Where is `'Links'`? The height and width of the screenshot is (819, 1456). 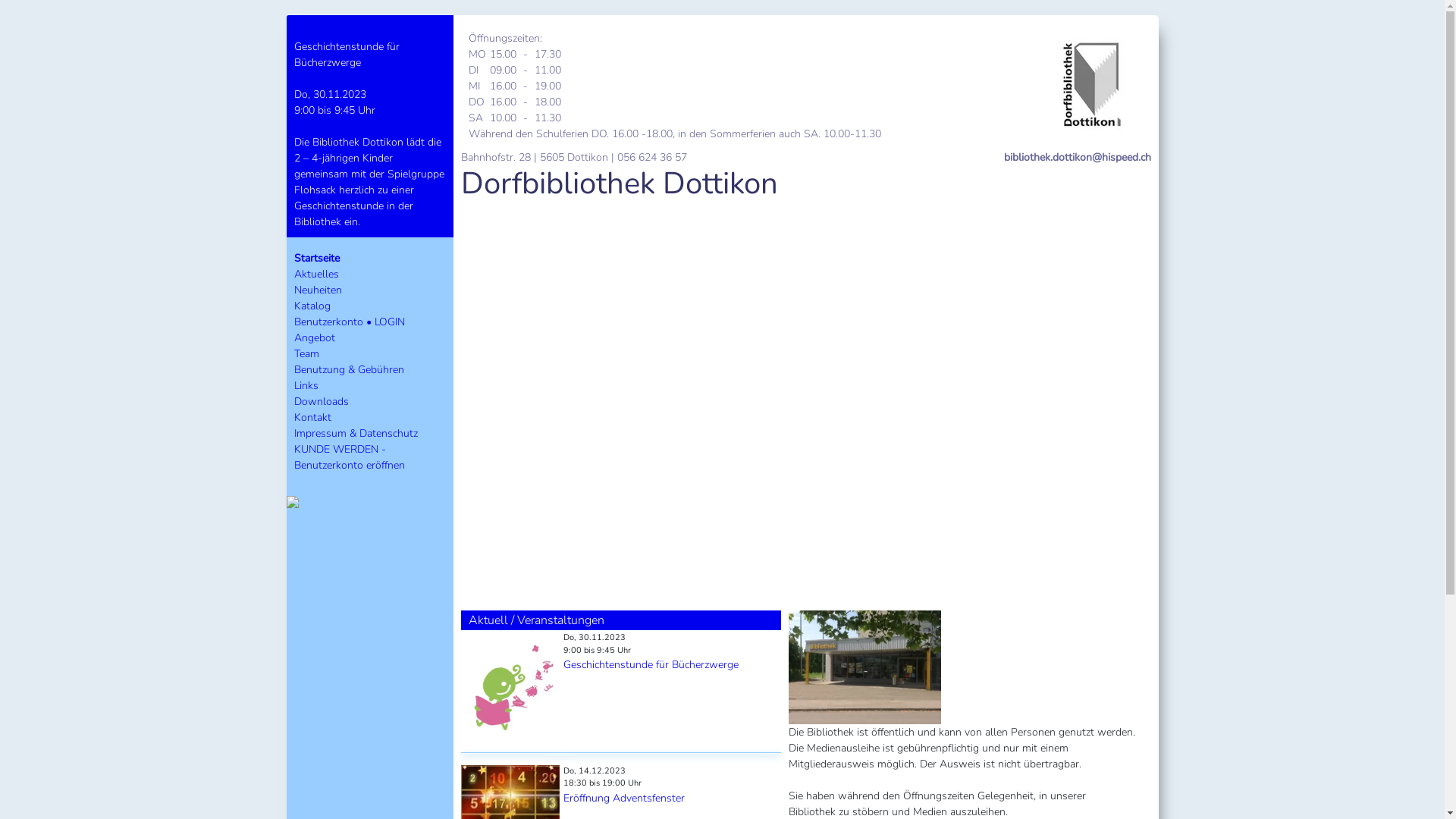
'Links' is located at coordinates (305, 384).